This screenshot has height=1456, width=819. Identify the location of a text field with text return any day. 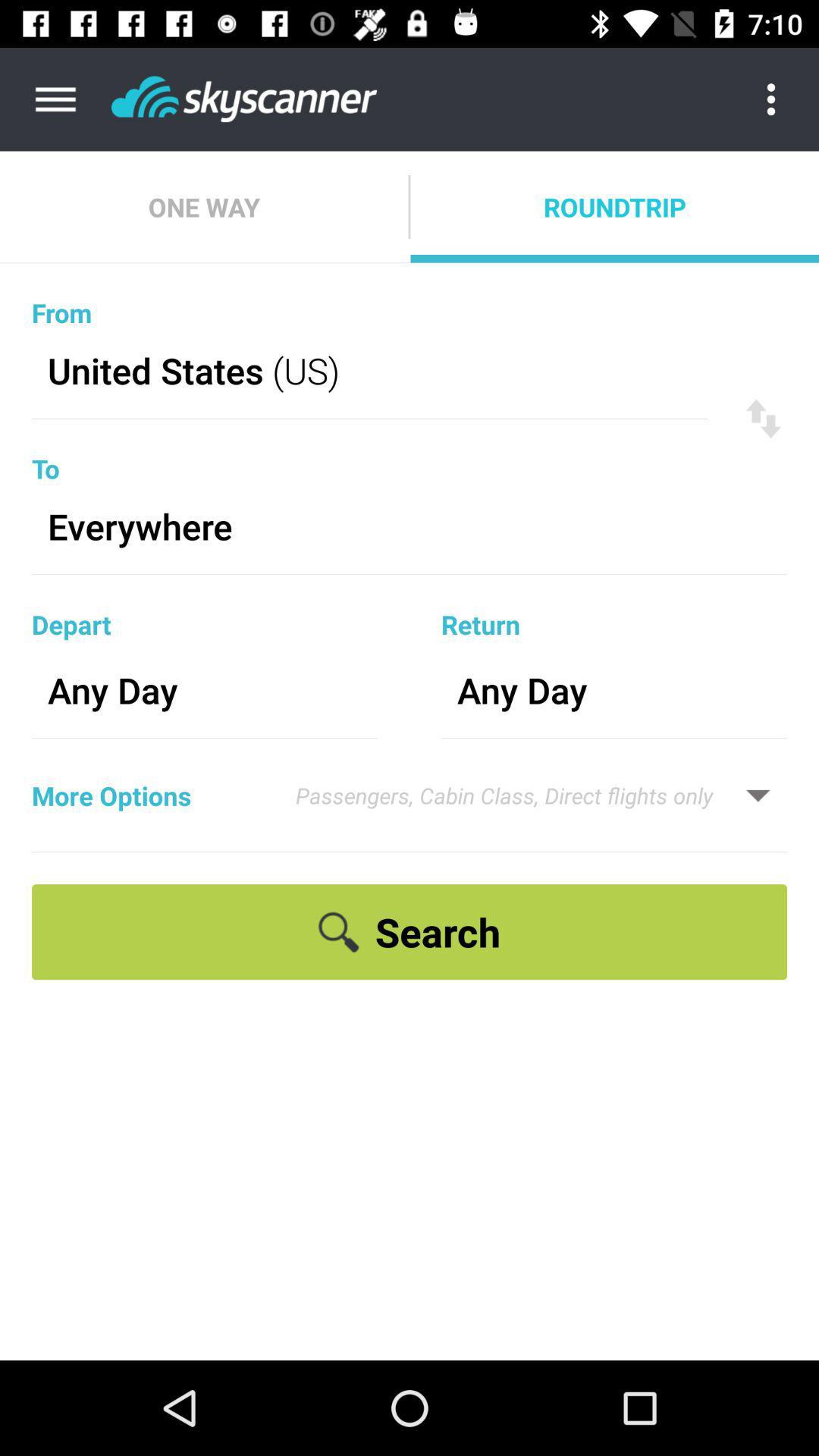
(614, 656).